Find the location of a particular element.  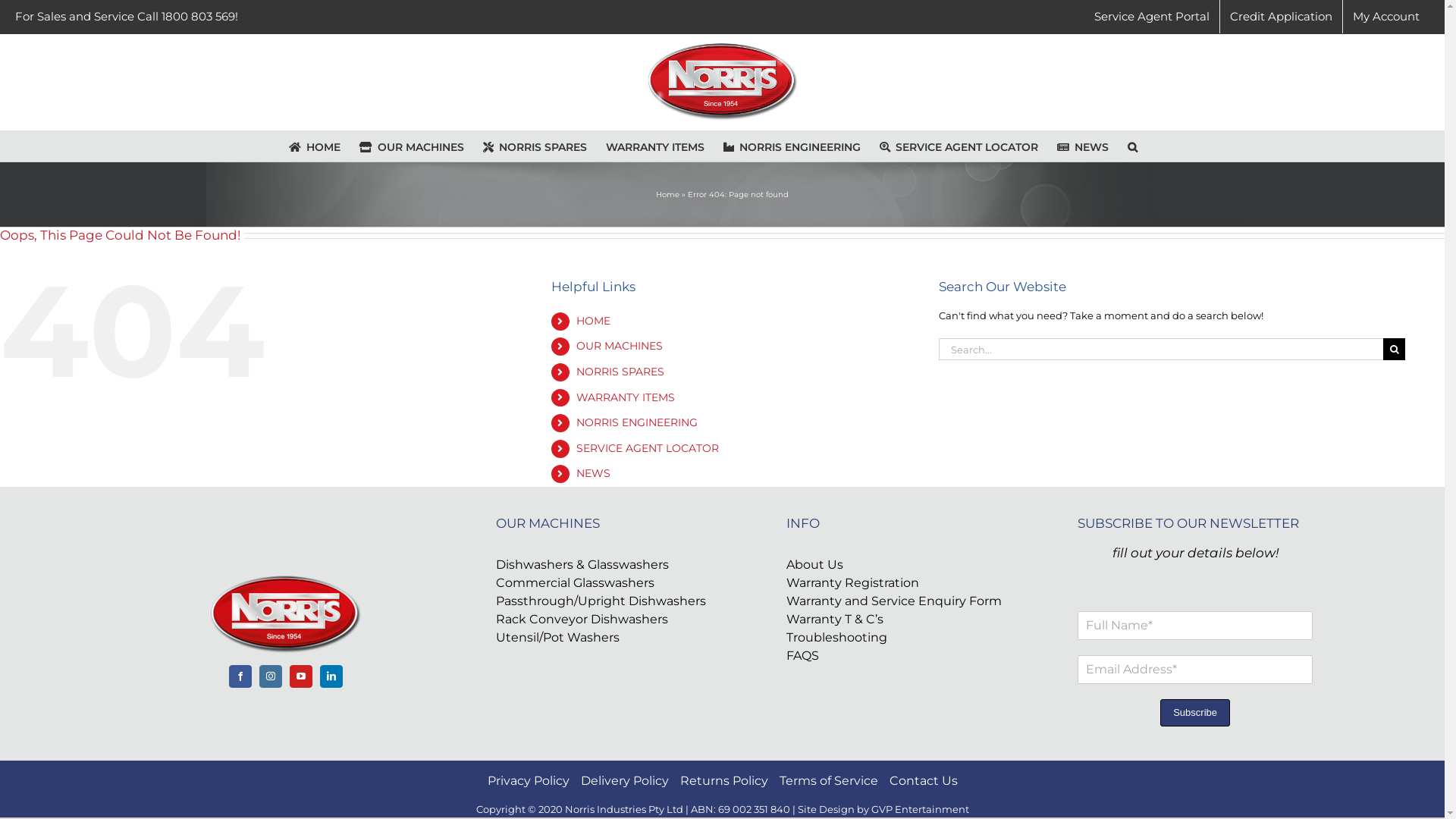

'footertransparentlogo' is located at coordinates (286, 614).